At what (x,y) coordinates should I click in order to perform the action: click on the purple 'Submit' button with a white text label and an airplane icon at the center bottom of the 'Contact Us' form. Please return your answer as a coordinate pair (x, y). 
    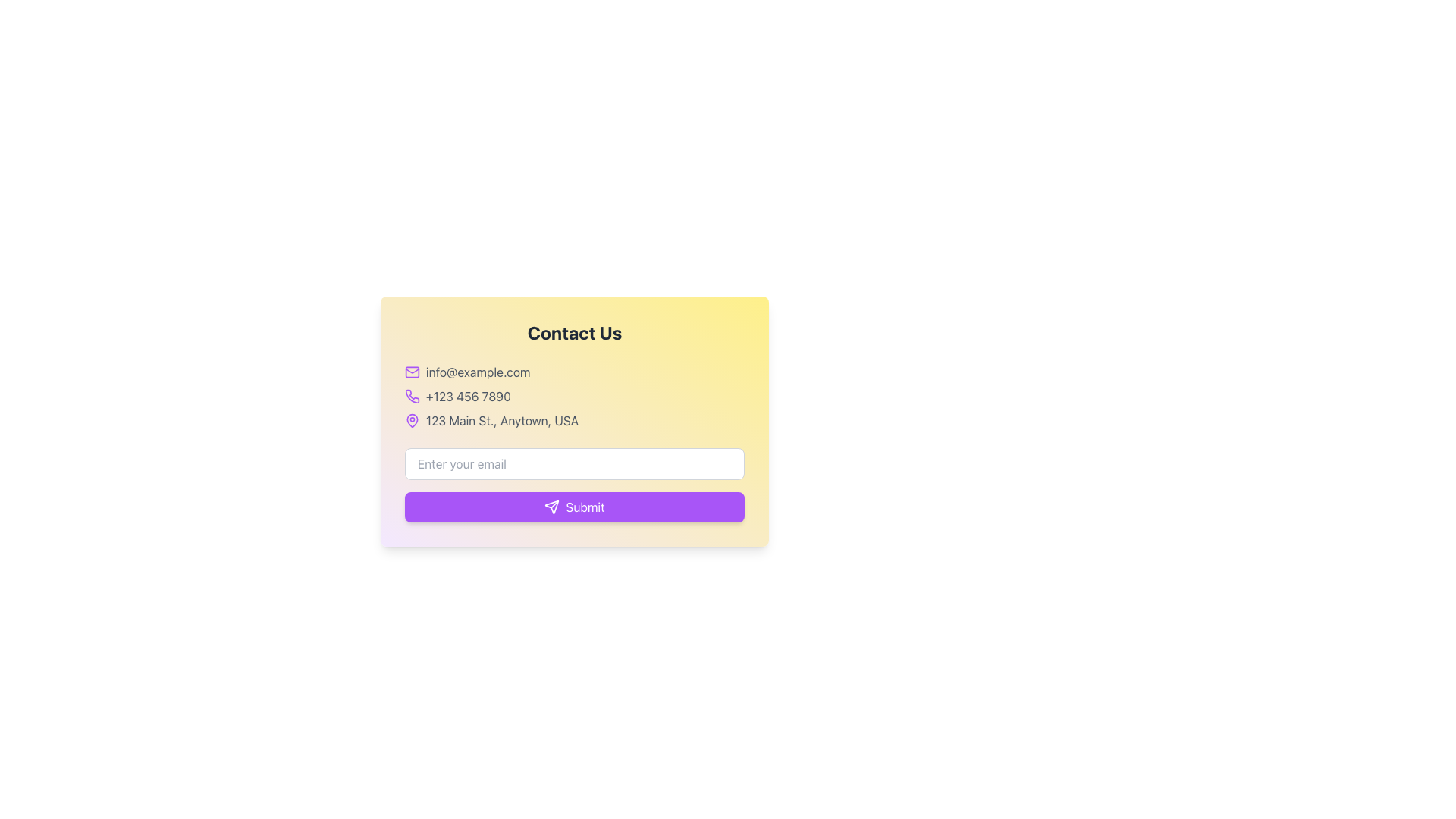
    Looking at the image, I should click on (574, 485).